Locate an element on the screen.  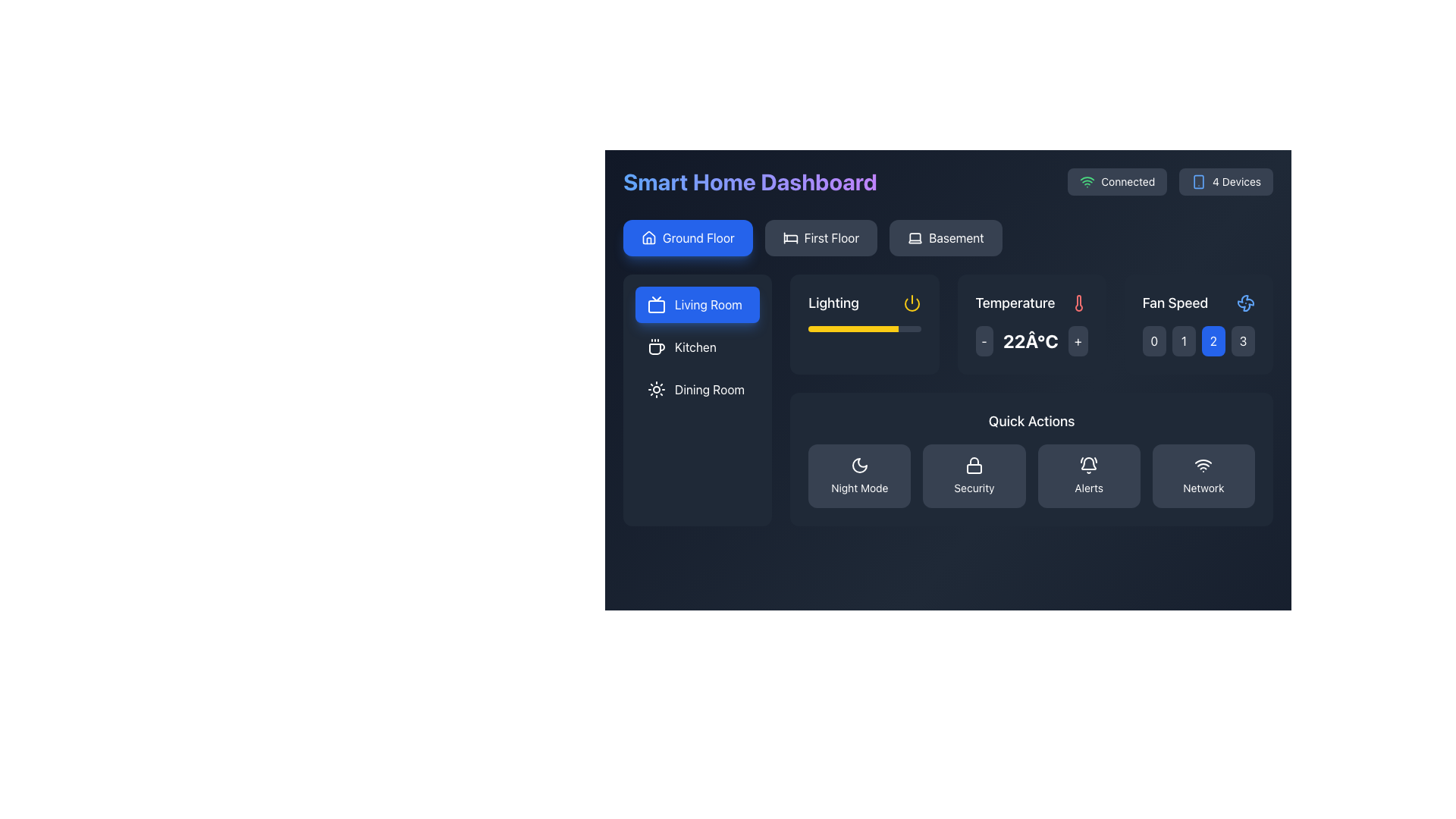
the static text element titled 'Smart Home Dashboard', which is displayed in a large, bold font with a gradient color styling from blue to purple, located at the top-left side of the interface is located at coordinates (750, 180).